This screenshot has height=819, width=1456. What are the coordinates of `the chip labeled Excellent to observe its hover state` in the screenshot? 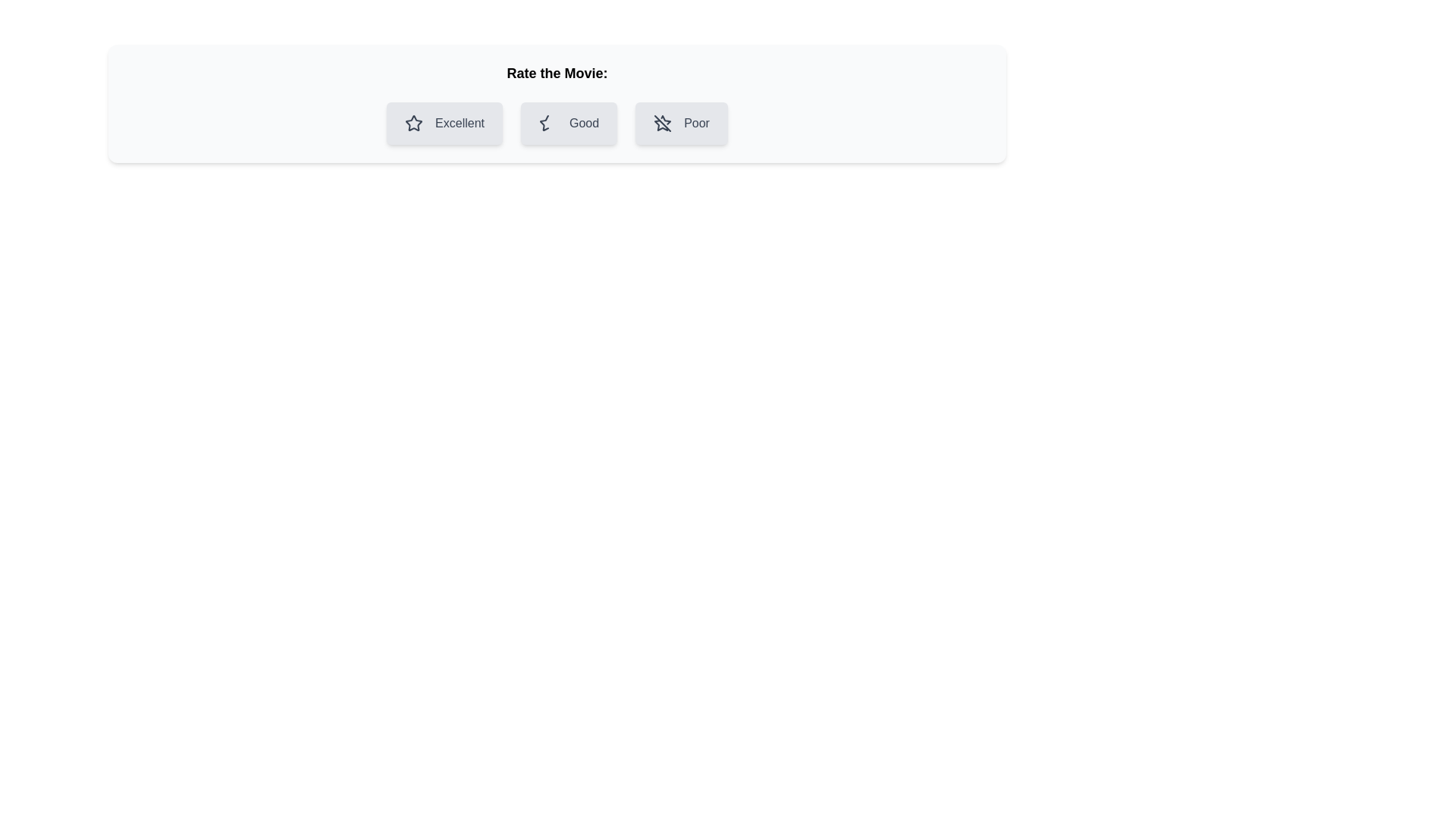 It's located at (443, 122).